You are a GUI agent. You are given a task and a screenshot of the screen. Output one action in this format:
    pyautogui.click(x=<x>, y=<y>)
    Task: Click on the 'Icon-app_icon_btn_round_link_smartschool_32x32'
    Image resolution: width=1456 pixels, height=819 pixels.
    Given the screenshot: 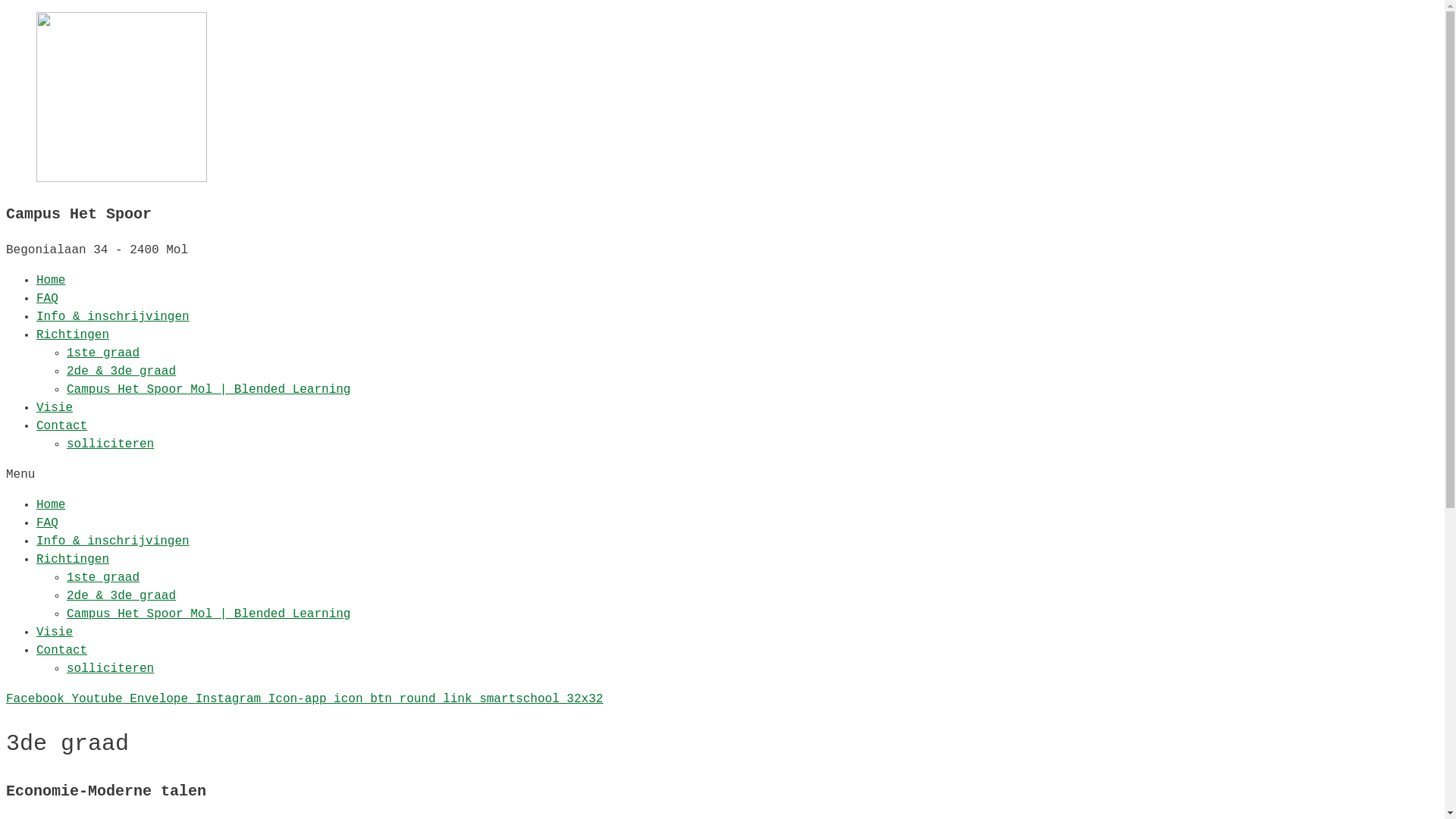 What is the action you would take?
    pyautogui.click(x=435, y=698)
    